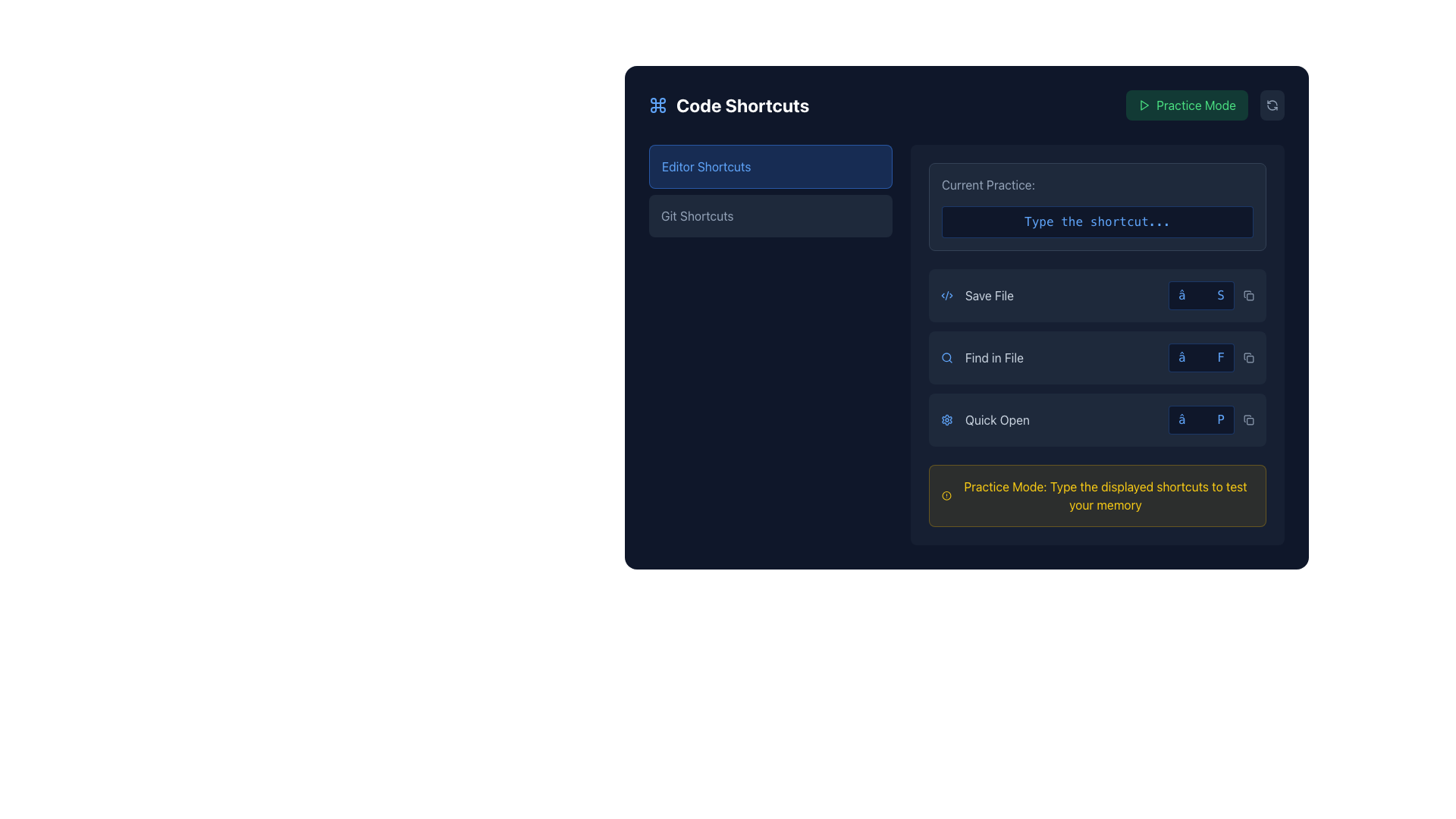 The width and height of the screenshot is (1456, 819). I want to click on the interactive icon located near the upper-left corner of the interface, adjacent to the title text labeled 'Code Shortcuts', so click(658, 104).